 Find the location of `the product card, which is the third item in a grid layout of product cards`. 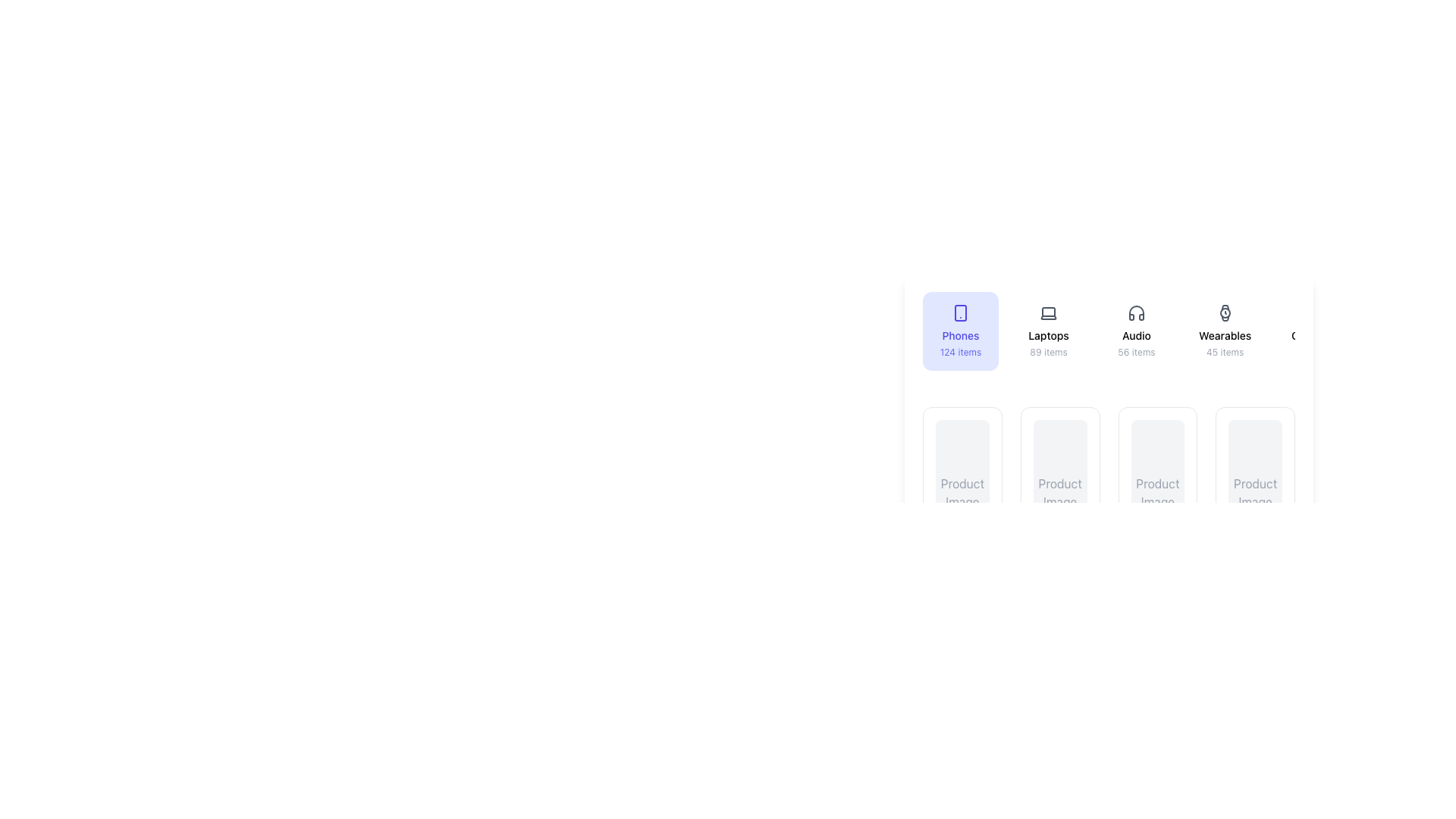

the product card, which is the third item in a grid layout of product cards is located at coordinates (1109, 470).